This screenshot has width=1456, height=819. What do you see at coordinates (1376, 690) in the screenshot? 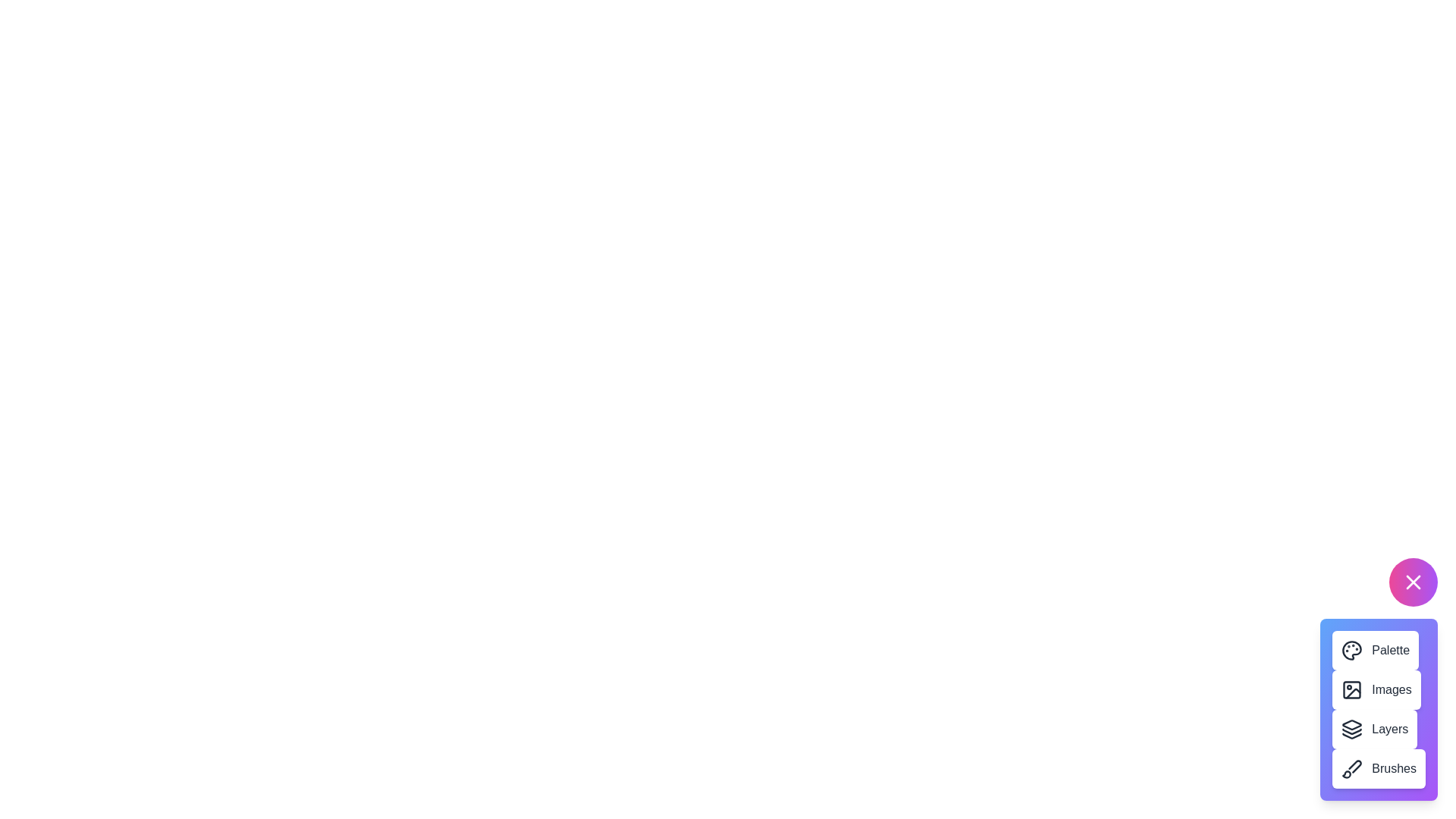
I see `the 'Images' button to view image collections` at bounding box center [1376, 690].